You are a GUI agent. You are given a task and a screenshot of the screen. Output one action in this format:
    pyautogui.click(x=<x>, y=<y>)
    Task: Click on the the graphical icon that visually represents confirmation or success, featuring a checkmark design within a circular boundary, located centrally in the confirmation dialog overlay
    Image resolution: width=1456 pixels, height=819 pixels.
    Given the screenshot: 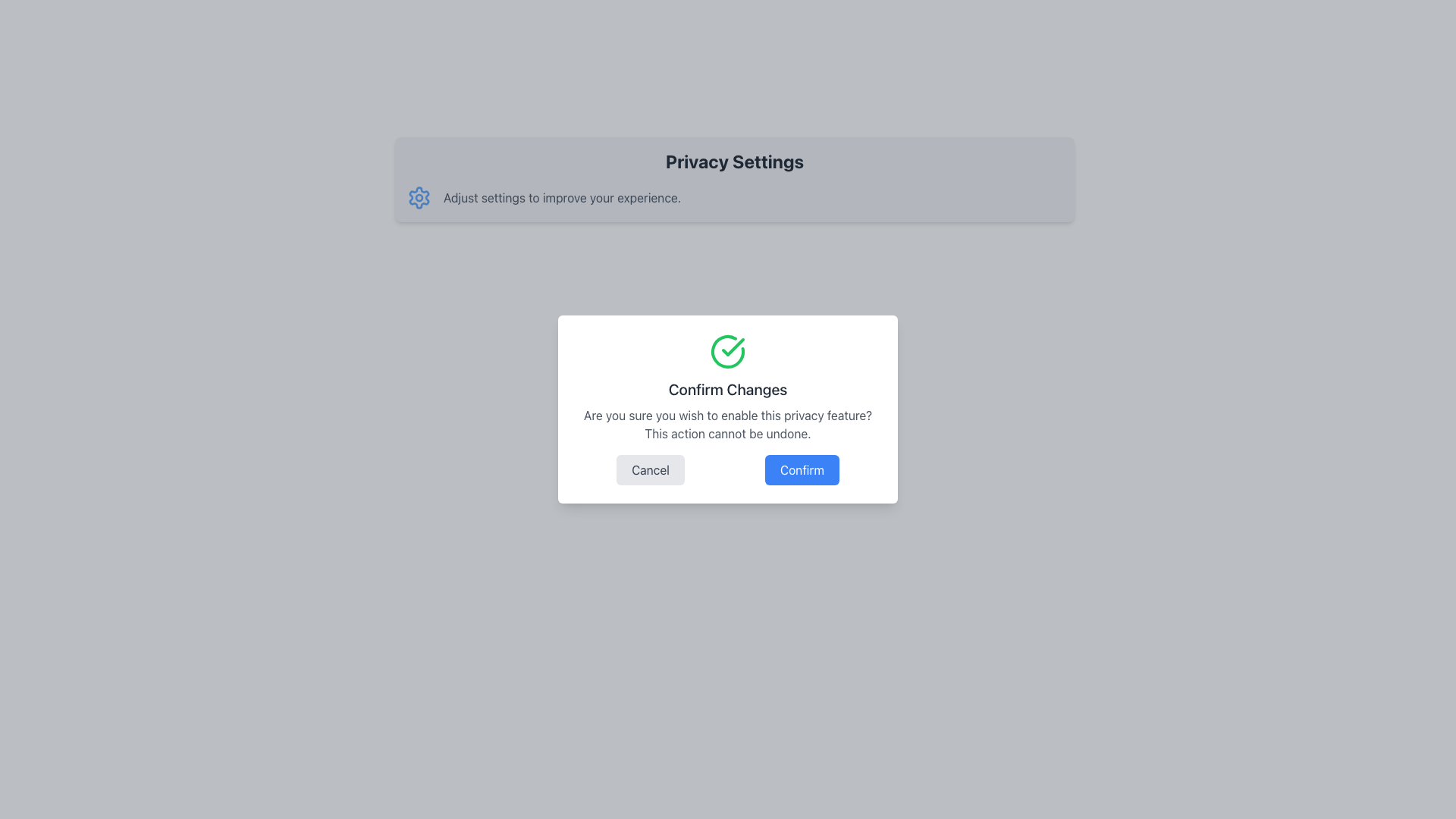 What is the action you would take?
    pyautogui.click(x=728, y=351)
    